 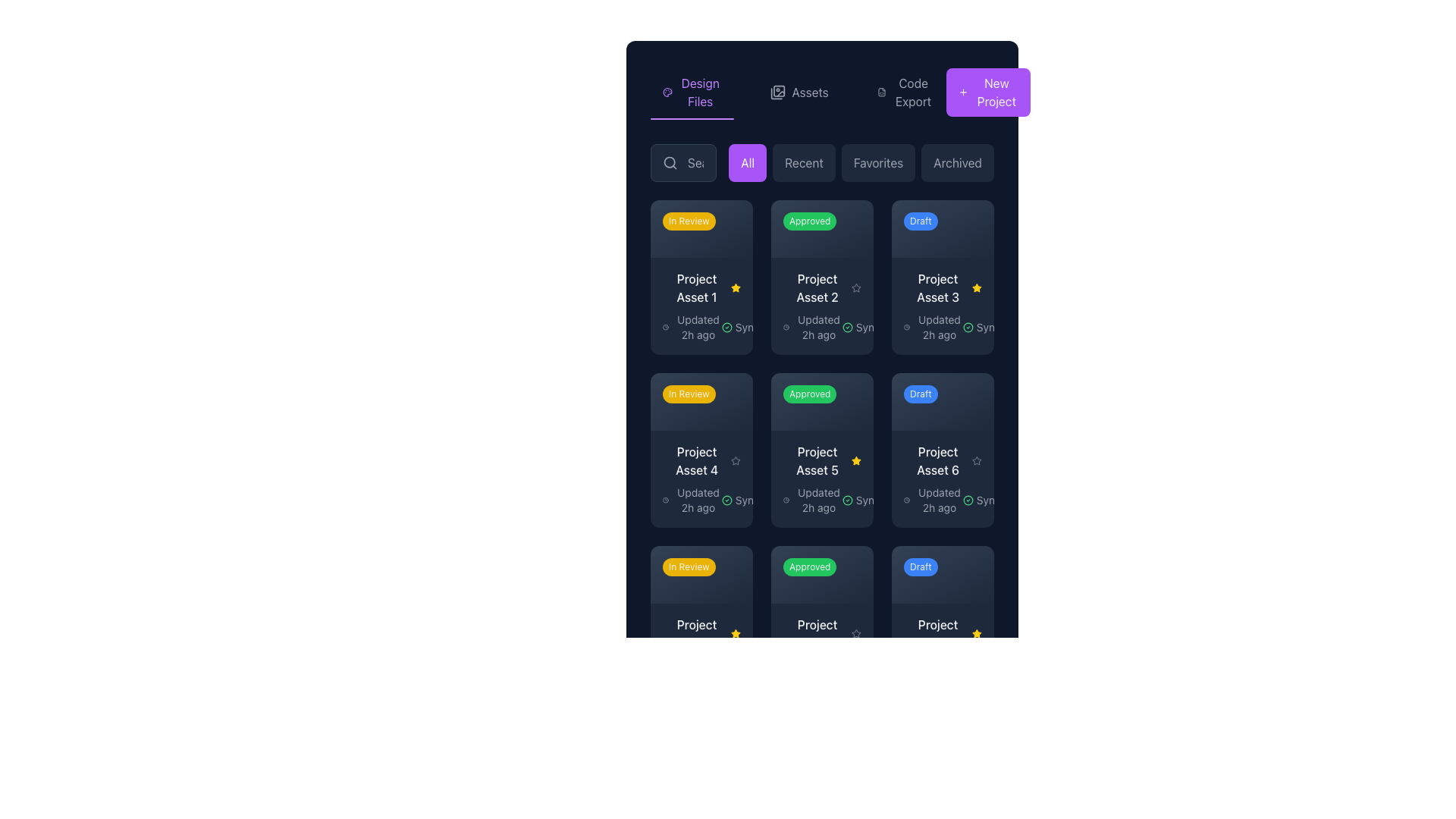 What do you see at coordinates (818, 224) in the screenshot?
I see `the green-colored label with the text 'Approved' that indicates a status within its associated card, located at the top-center of the second card in the grid layout` at bounding box center [818, 224].